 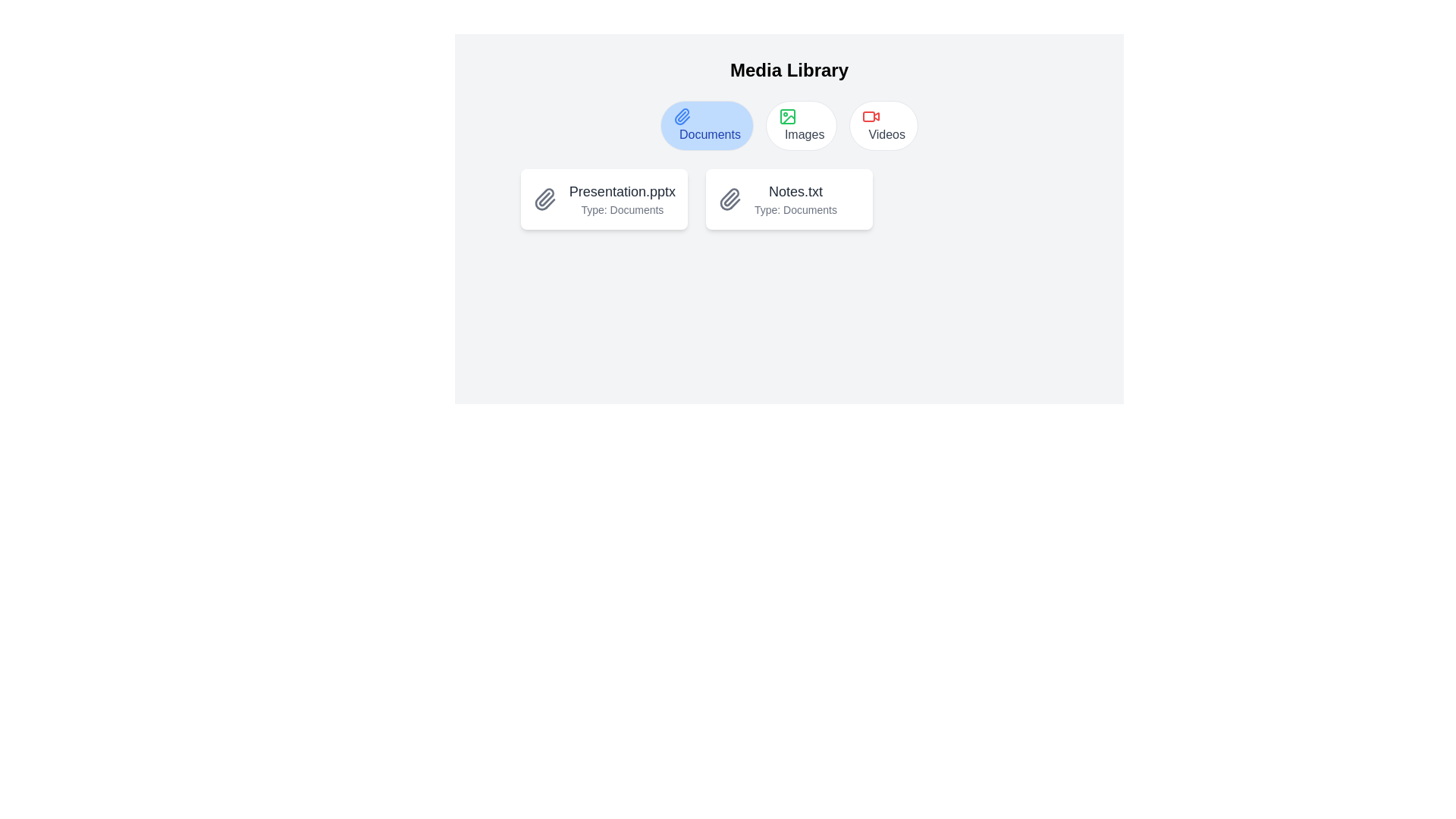 What do you see at coordinates (603, 198) in the screenshot?
I see `the File representation card for the file titled 'Presentation.pptx', located in the top-left corner of its row in the grid layout` at bounding box center [603, 198].